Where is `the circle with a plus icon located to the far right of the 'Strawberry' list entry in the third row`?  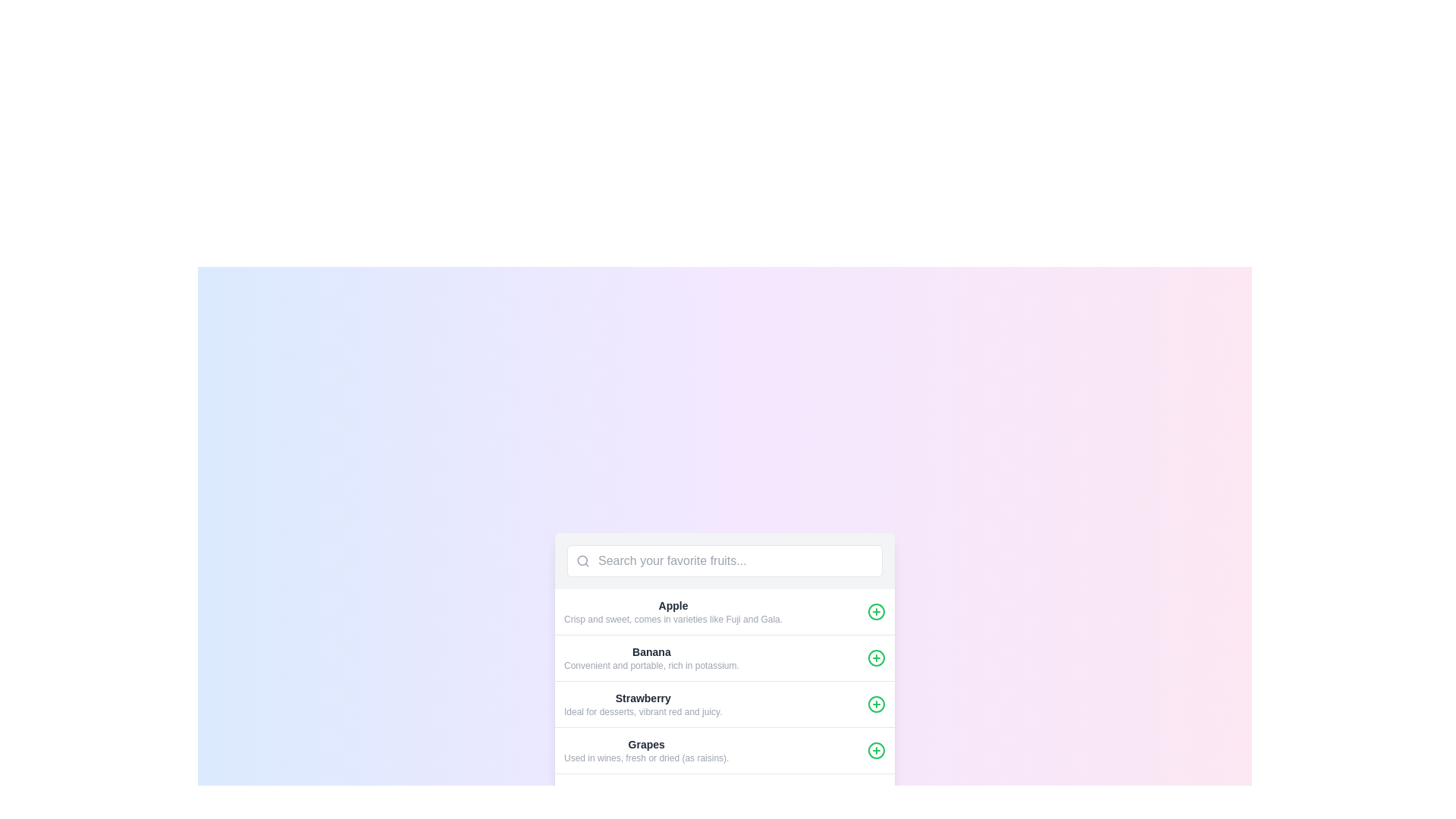 the circle with a plus icon located to the far right of the 'Strawberry' list entry in the third row is located at coordinates (877, 704).